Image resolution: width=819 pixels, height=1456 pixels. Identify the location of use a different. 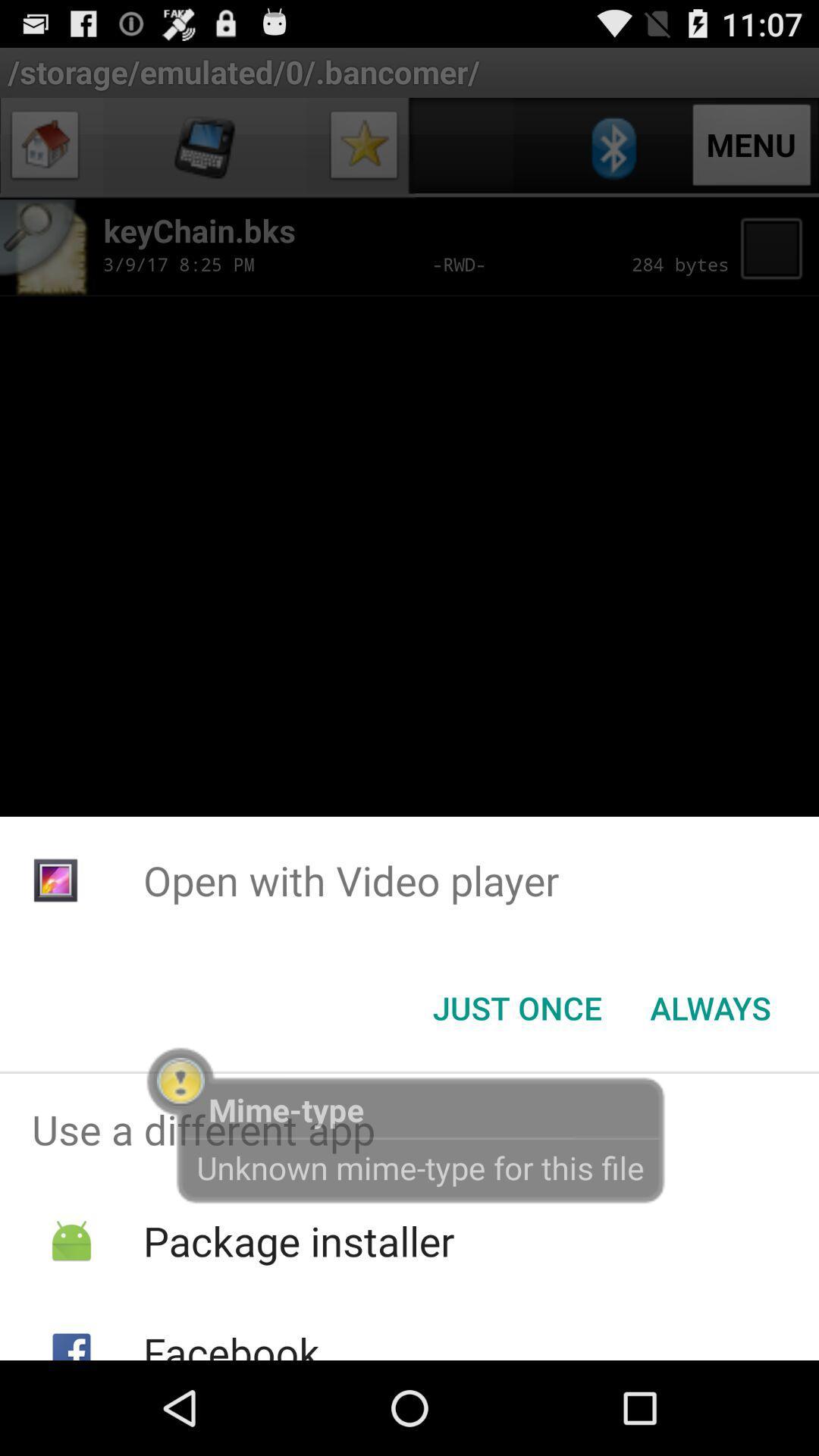
(409, 1129).